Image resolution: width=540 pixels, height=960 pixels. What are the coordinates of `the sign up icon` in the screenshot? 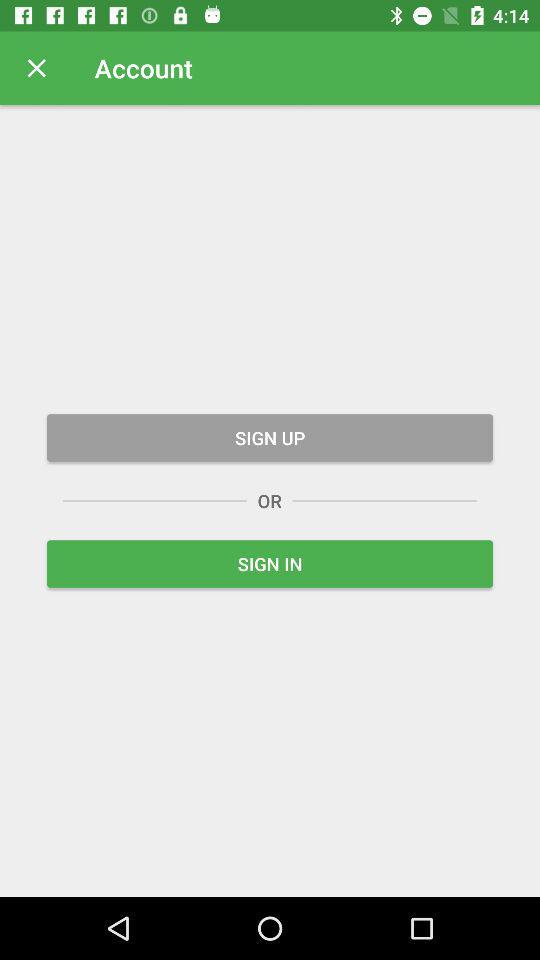 It's located at (270, 437).